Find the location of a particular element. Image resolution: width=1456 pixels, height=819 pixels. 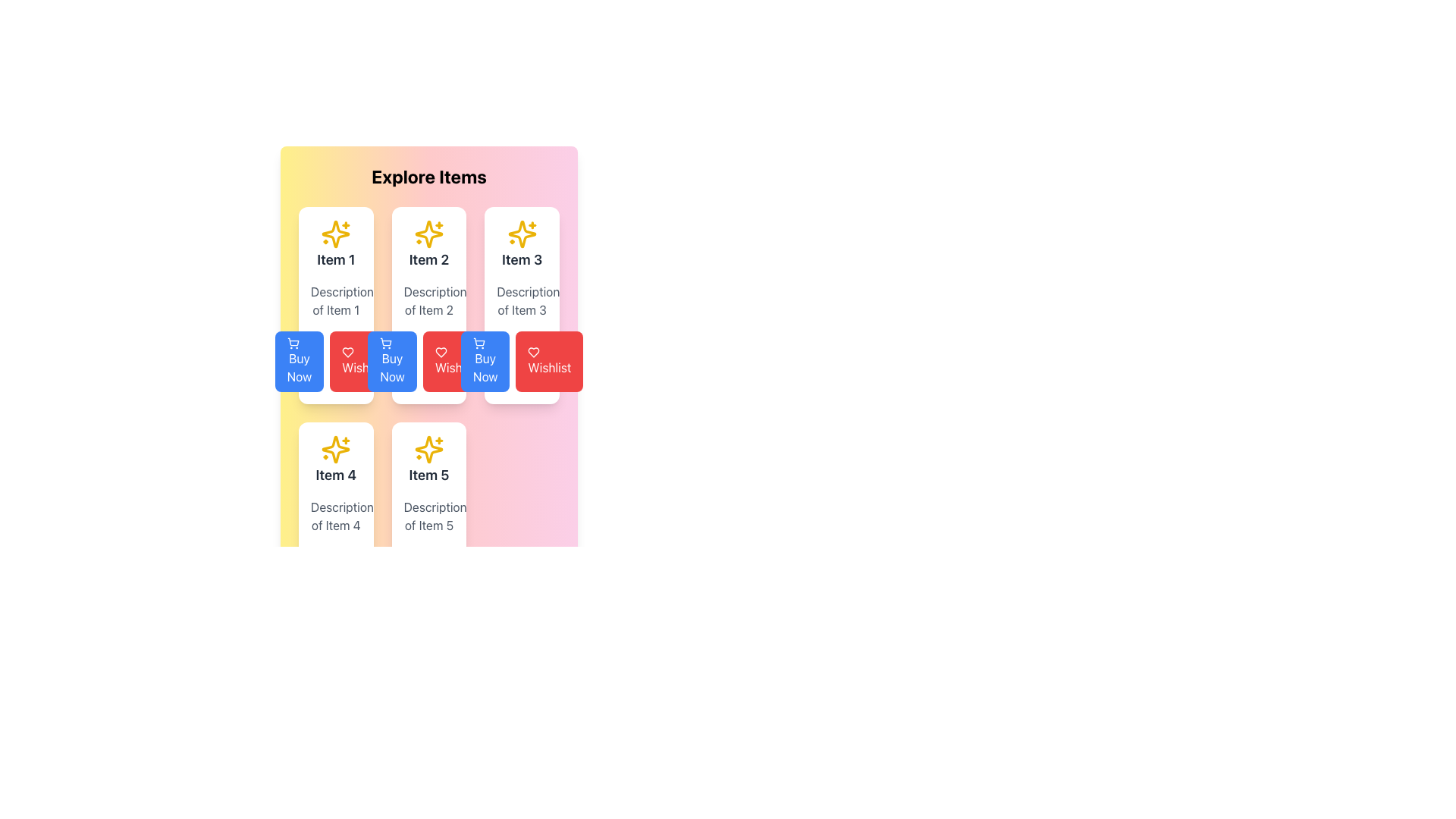

the Text Label displaying 'Item 3', which is positioned below the sparkles icon and above the description text and action buttons in the third column of a 2x3 grid is located at coordinates (522, 259).